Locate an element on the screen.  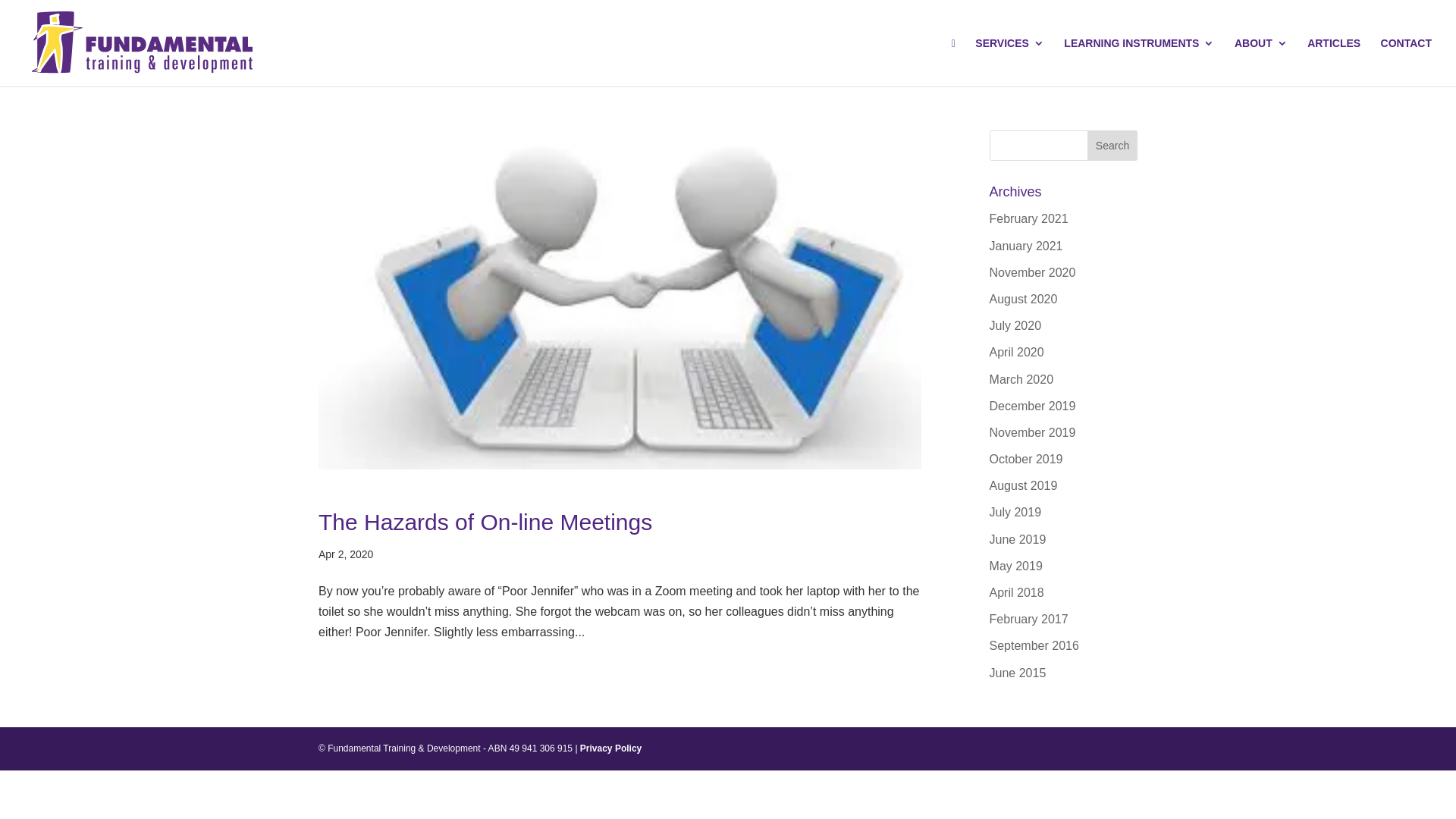
'February 2017' is located at coordinates (990, 619).